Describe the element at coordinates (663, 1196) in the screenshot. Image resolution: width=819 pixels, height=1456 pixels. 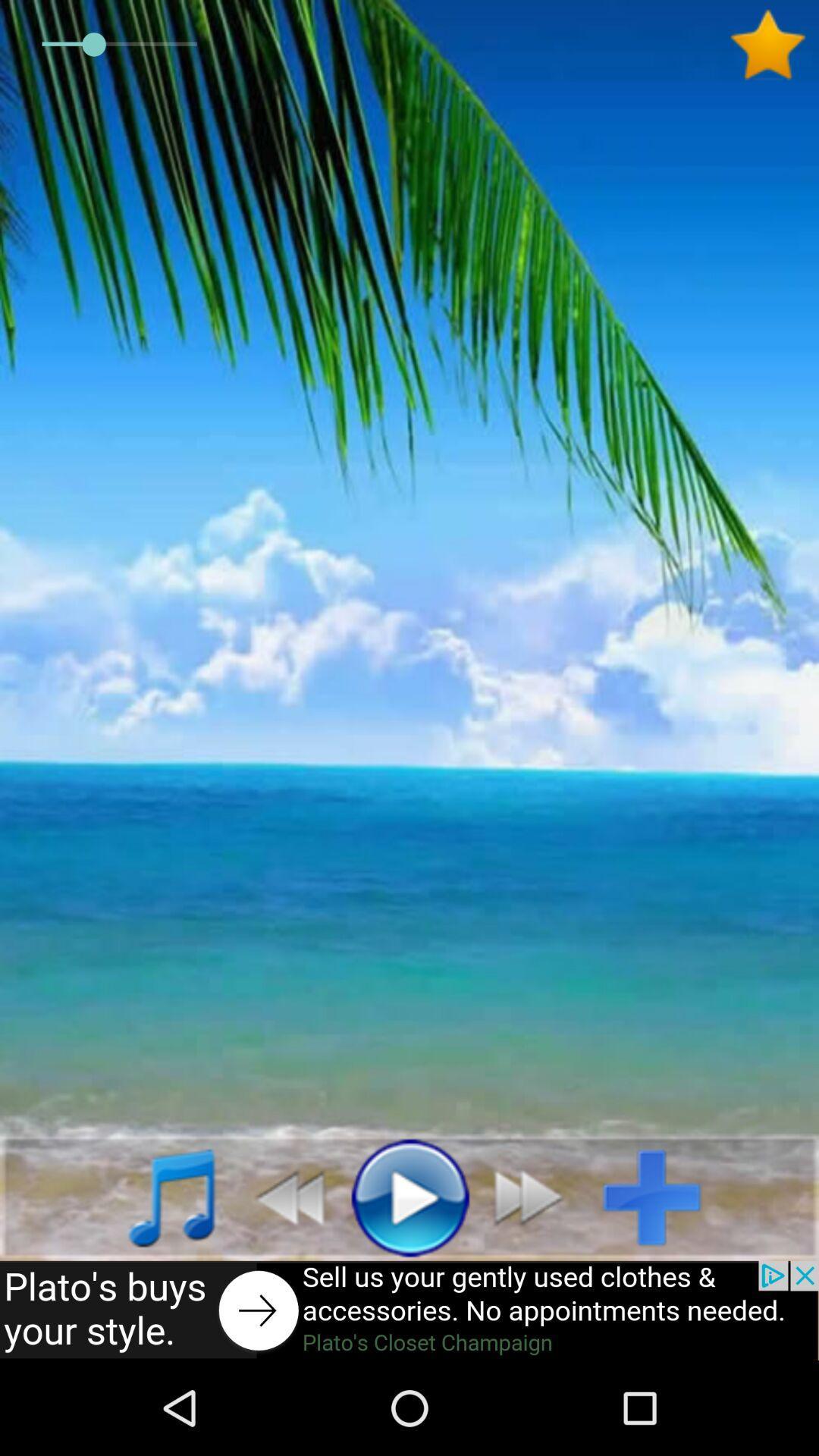
I see `add option` at that location.